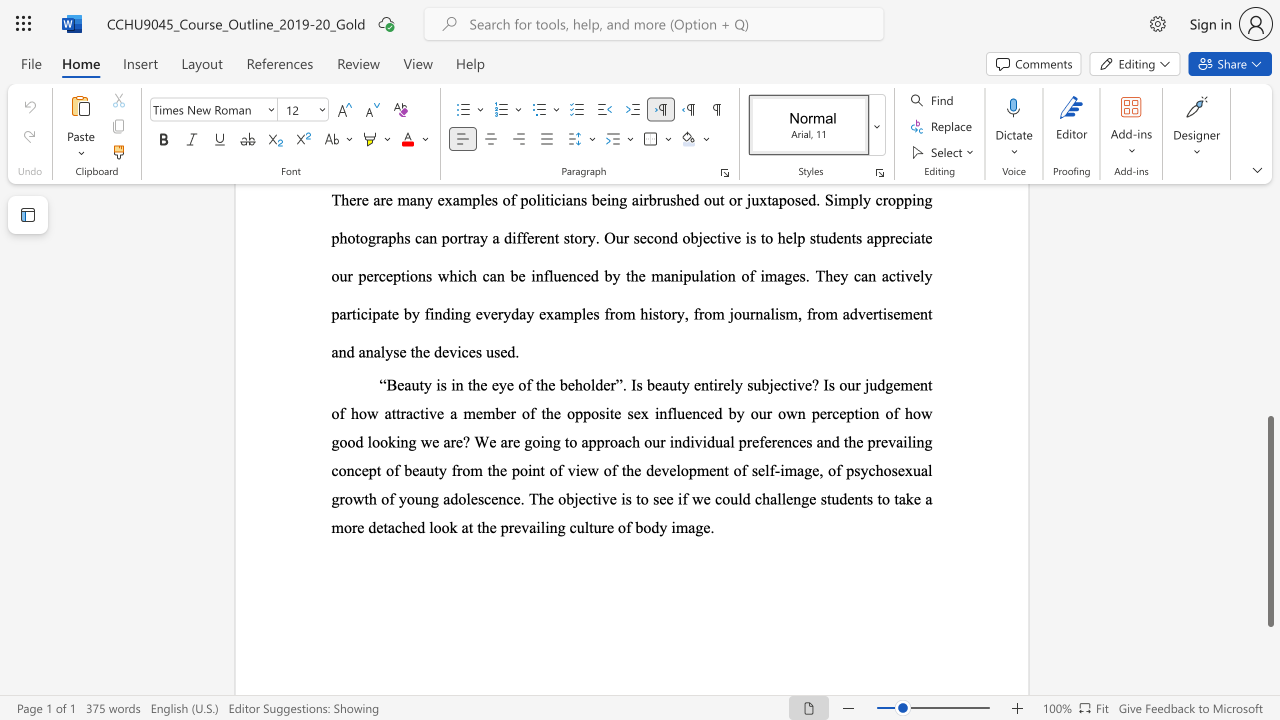  Describe the element at coordinates (1269, 520) in the screenshot. I see `the scrollbar and move up 510 pixels` at that location.